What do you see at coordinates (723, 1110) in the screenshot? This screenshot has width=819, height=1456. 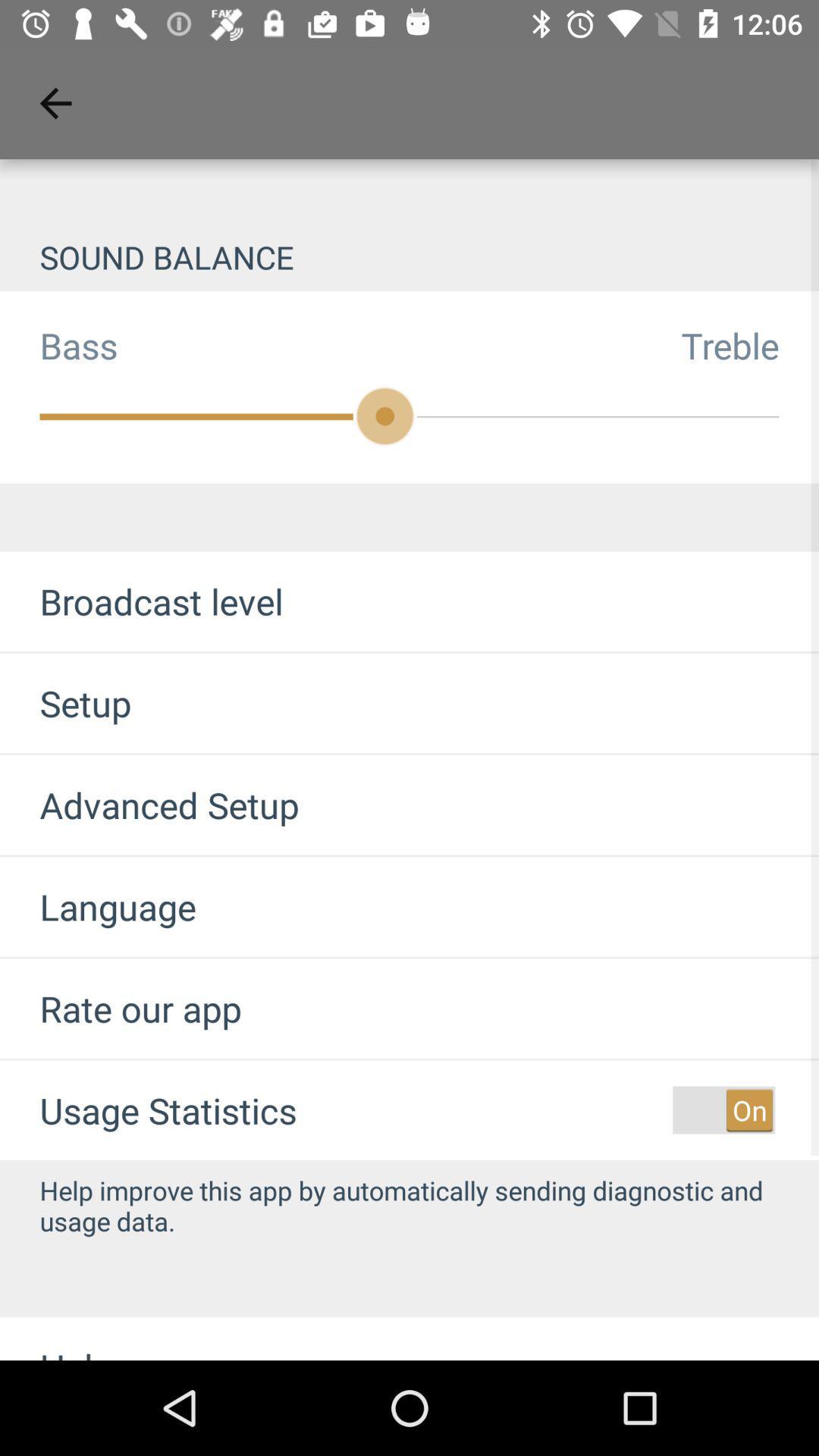 I see `item at the bottom right corner` at bounding box center [723, 1110].